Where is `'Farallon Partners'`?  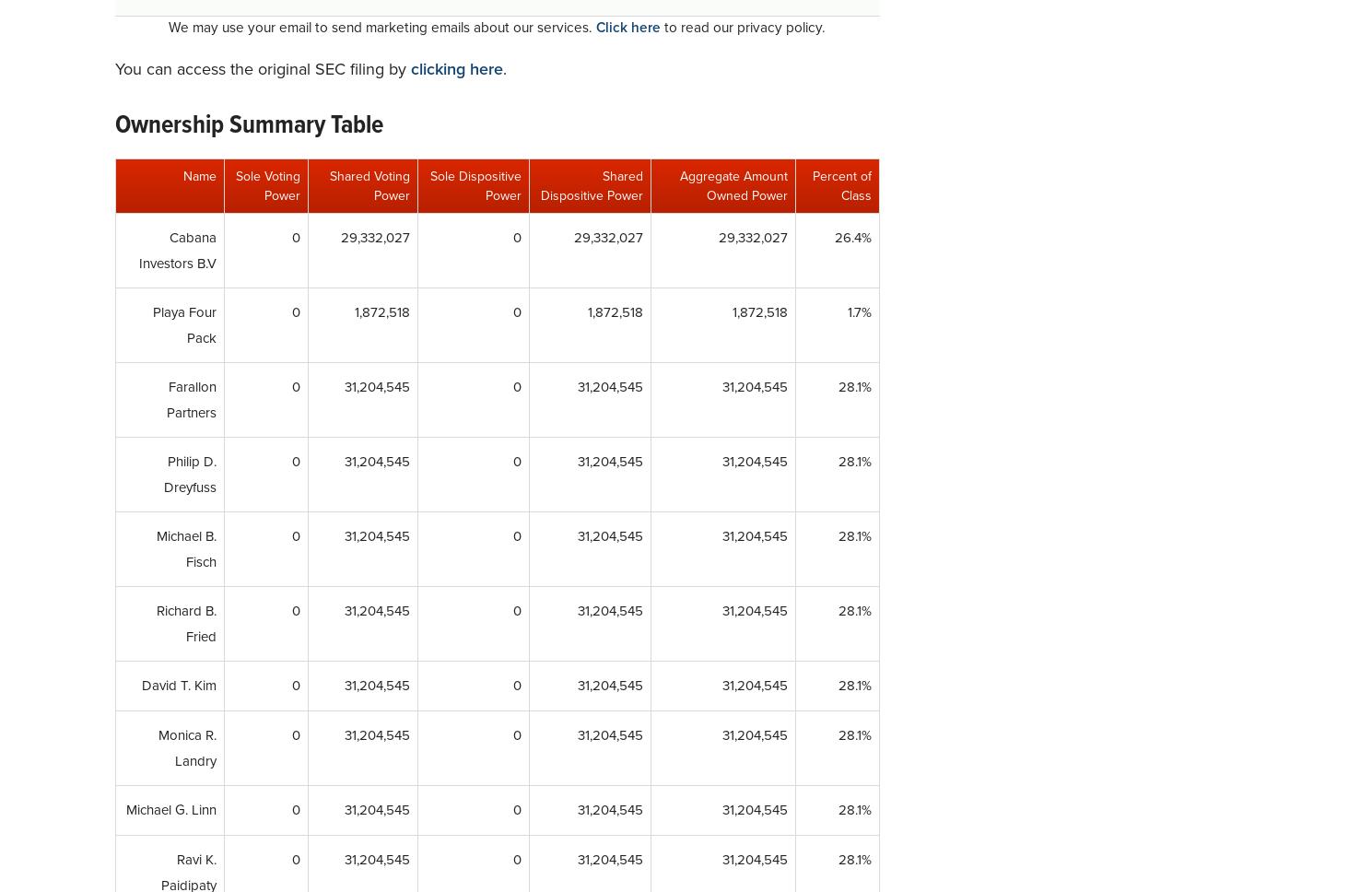 'Farallon Partners' is located at coordinates (190, 399).